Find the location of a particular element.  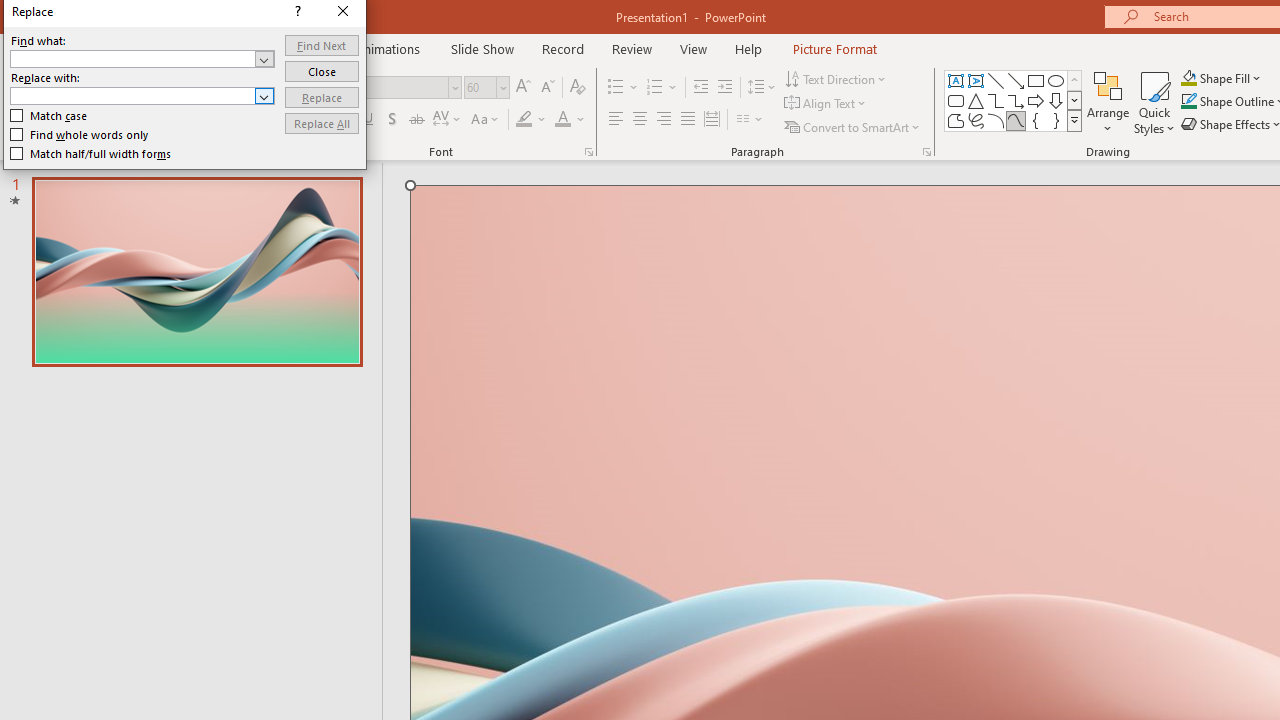

'Align Left' is located at coordinates (615, 119).